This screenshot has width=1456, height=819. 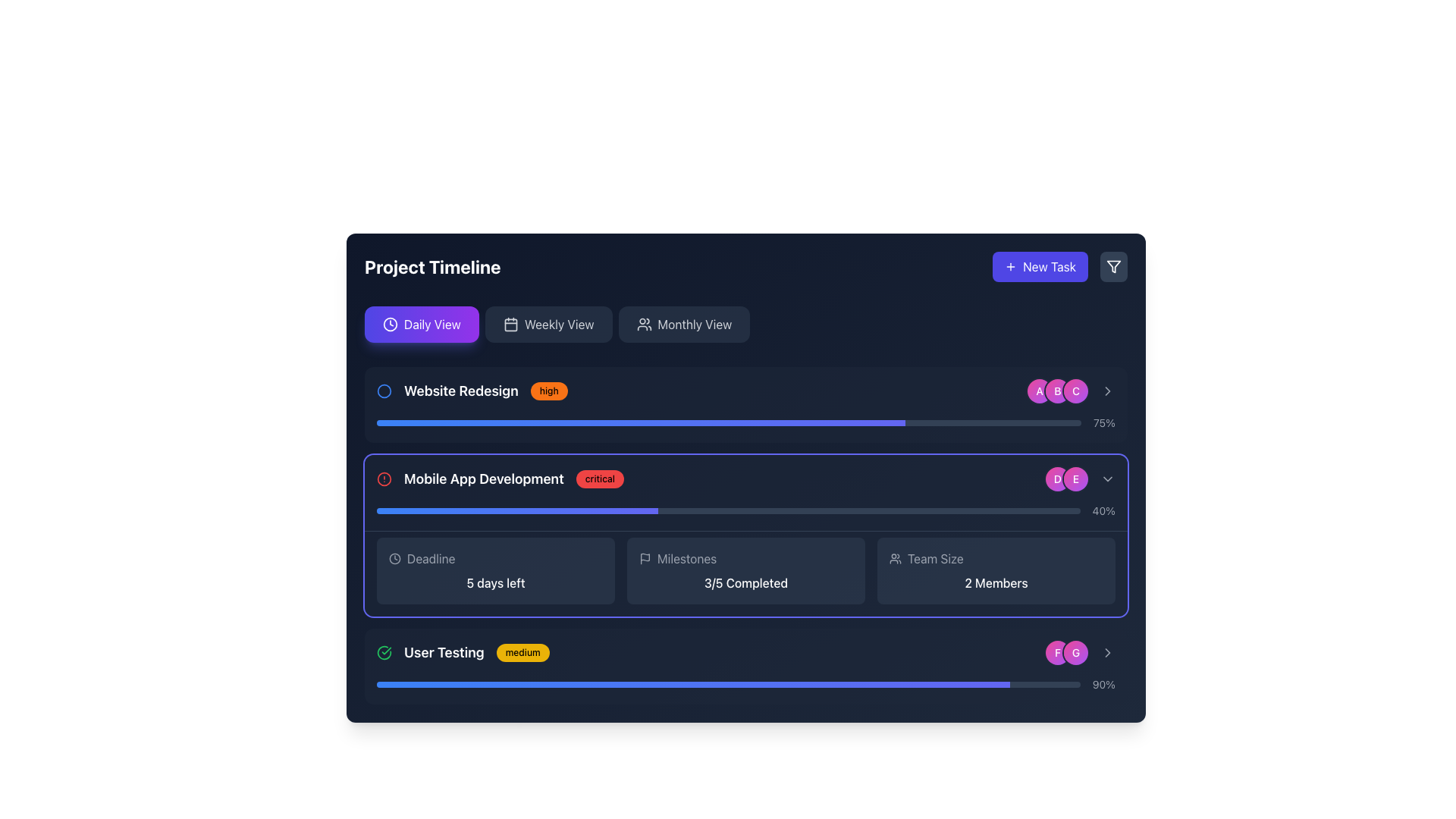 What do you see at coordinates (934, 558) in the screenshot?
I see `the text label that categorizes the adjacent numeric representation of team members, located in the lower-right section of the 'Mobile App Development' task card, to the left of the team members' count` at bounding box center [934, 558].